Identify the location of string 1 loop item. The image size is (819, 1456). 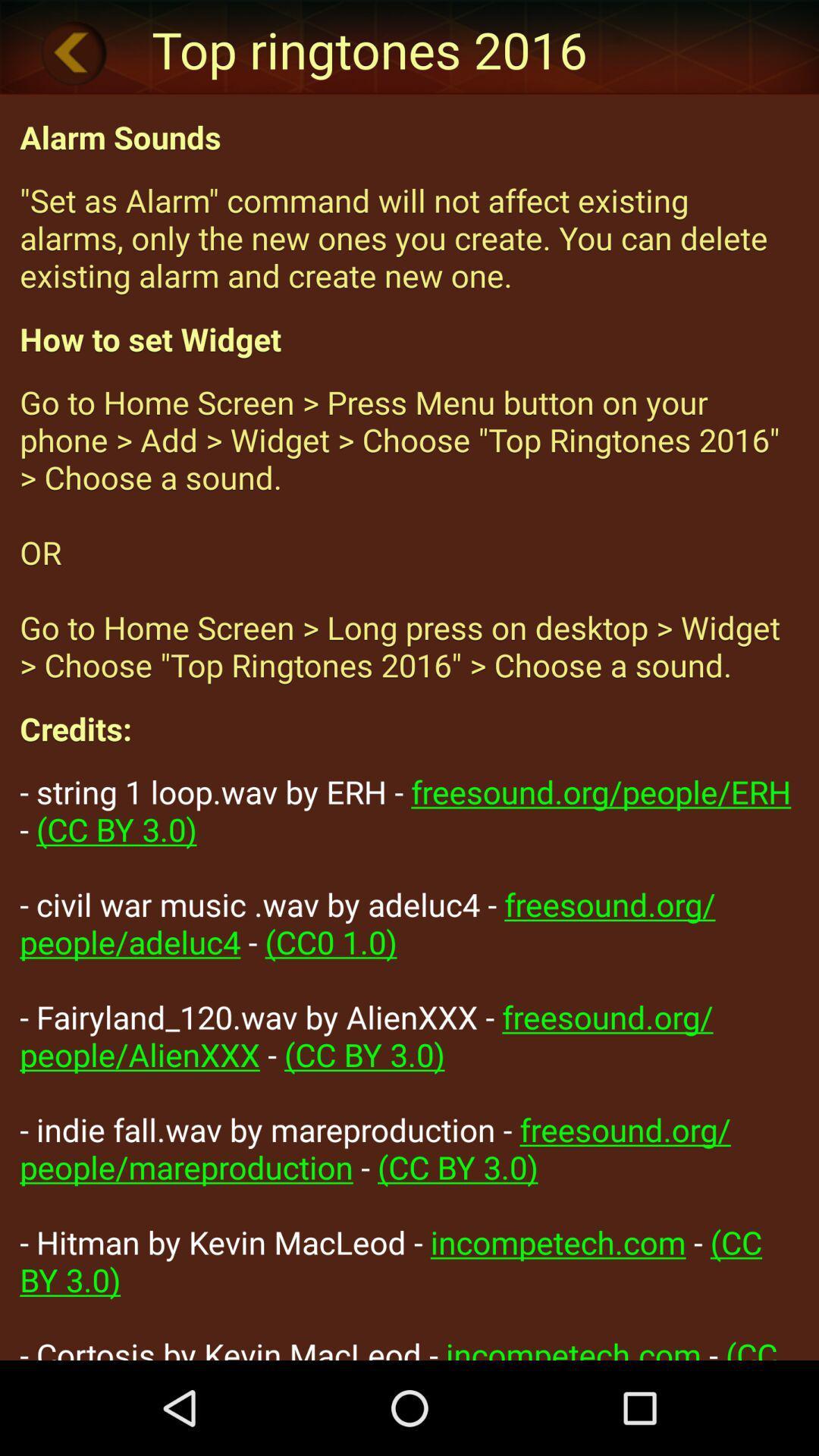
(409, 1064).